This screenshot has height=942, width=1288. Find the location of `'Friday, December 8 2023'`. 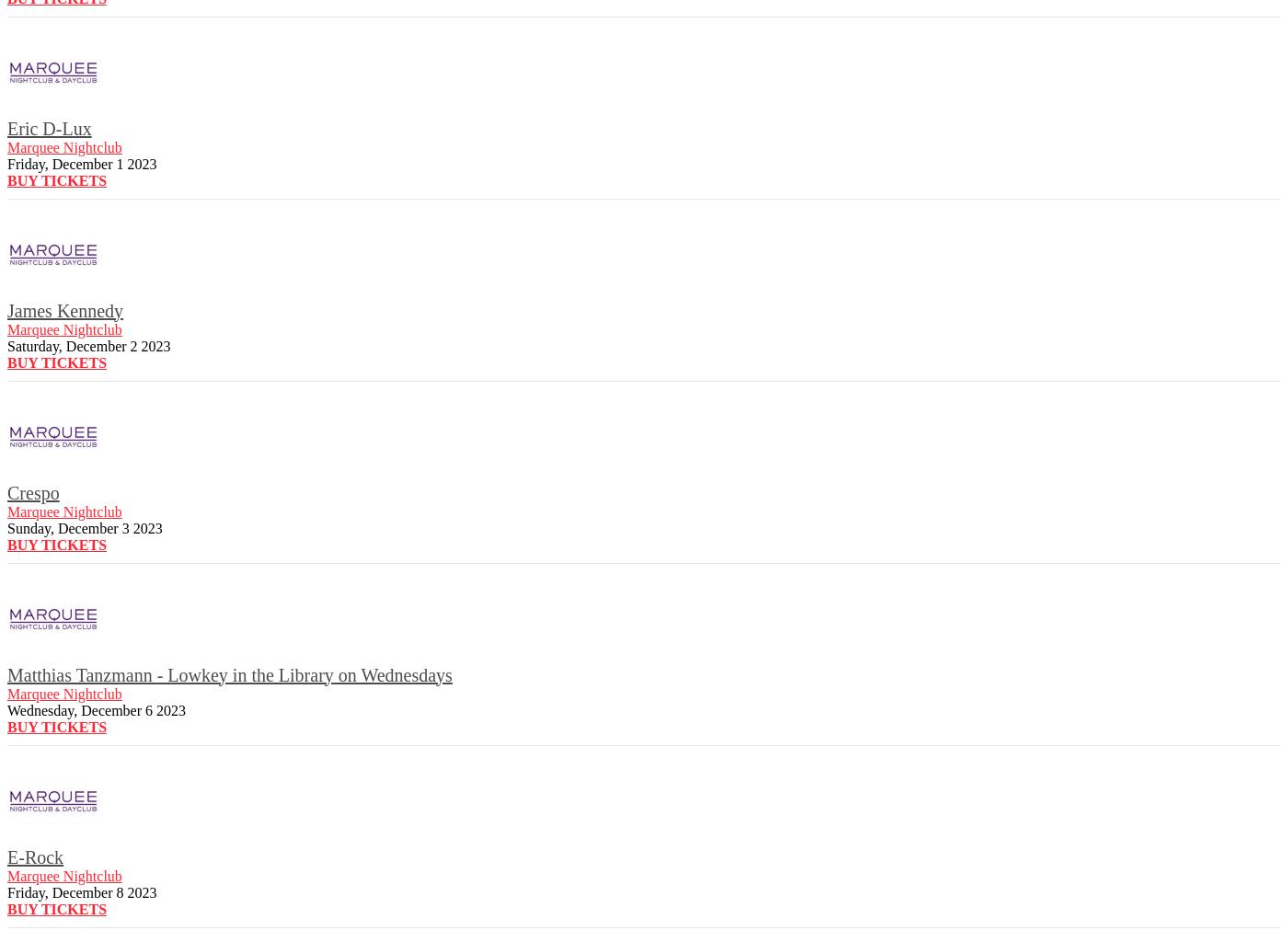

'Friday, December 8 2023' is located at coordinates (82, 891).